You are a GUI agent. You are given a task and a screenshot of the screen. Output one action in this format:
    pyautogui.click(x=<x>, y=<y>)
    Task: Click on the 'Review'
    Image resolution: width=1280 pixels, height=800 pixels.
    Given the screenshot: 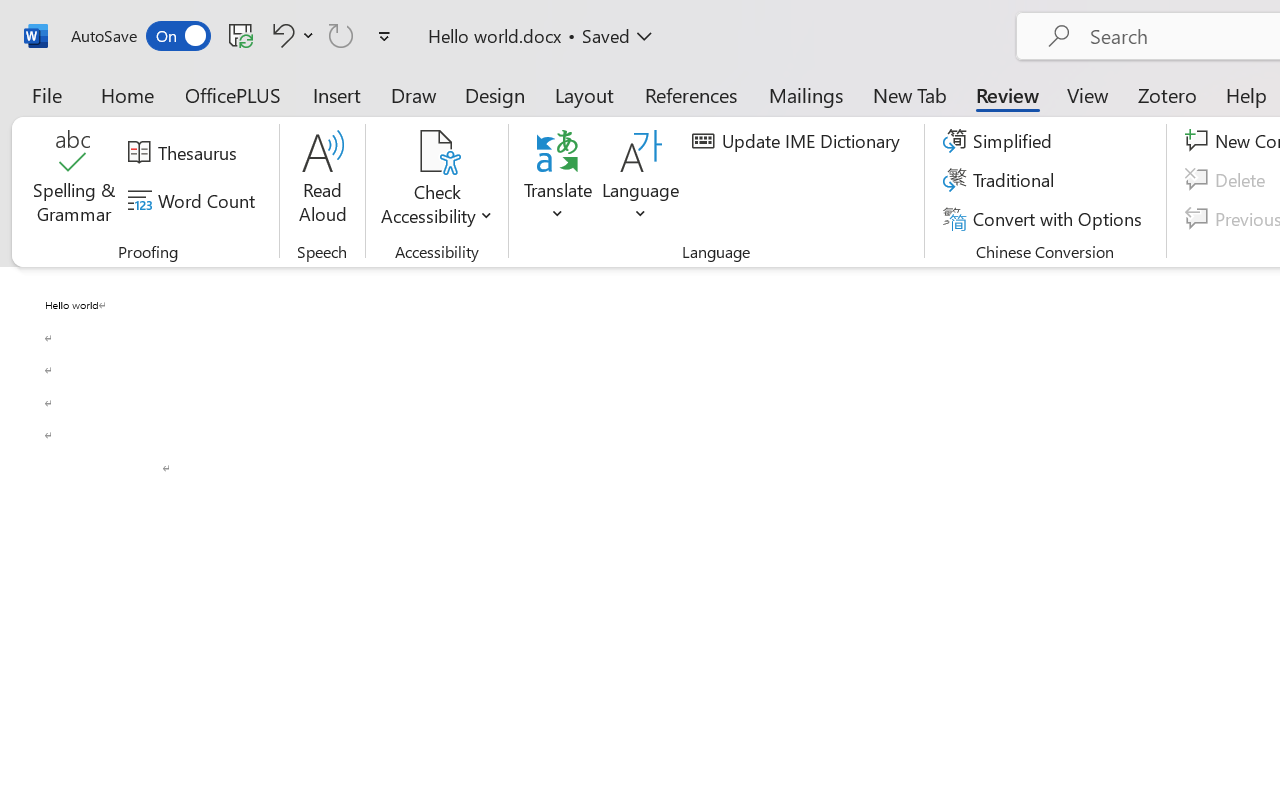 What is the action you would take?
    pyautogui.click(x=1007, y=94)
    